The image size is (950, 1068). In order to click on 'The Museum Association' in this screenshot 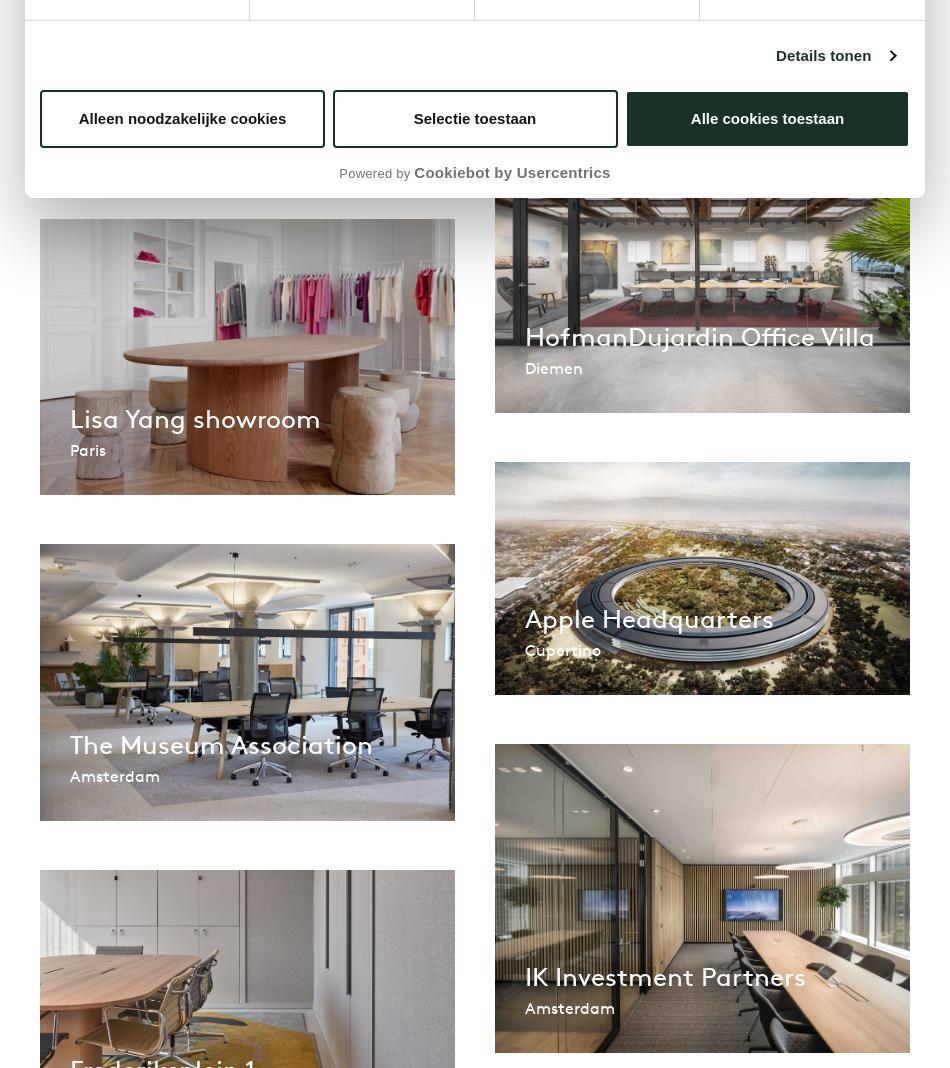, I will do `click(221, 743)`.